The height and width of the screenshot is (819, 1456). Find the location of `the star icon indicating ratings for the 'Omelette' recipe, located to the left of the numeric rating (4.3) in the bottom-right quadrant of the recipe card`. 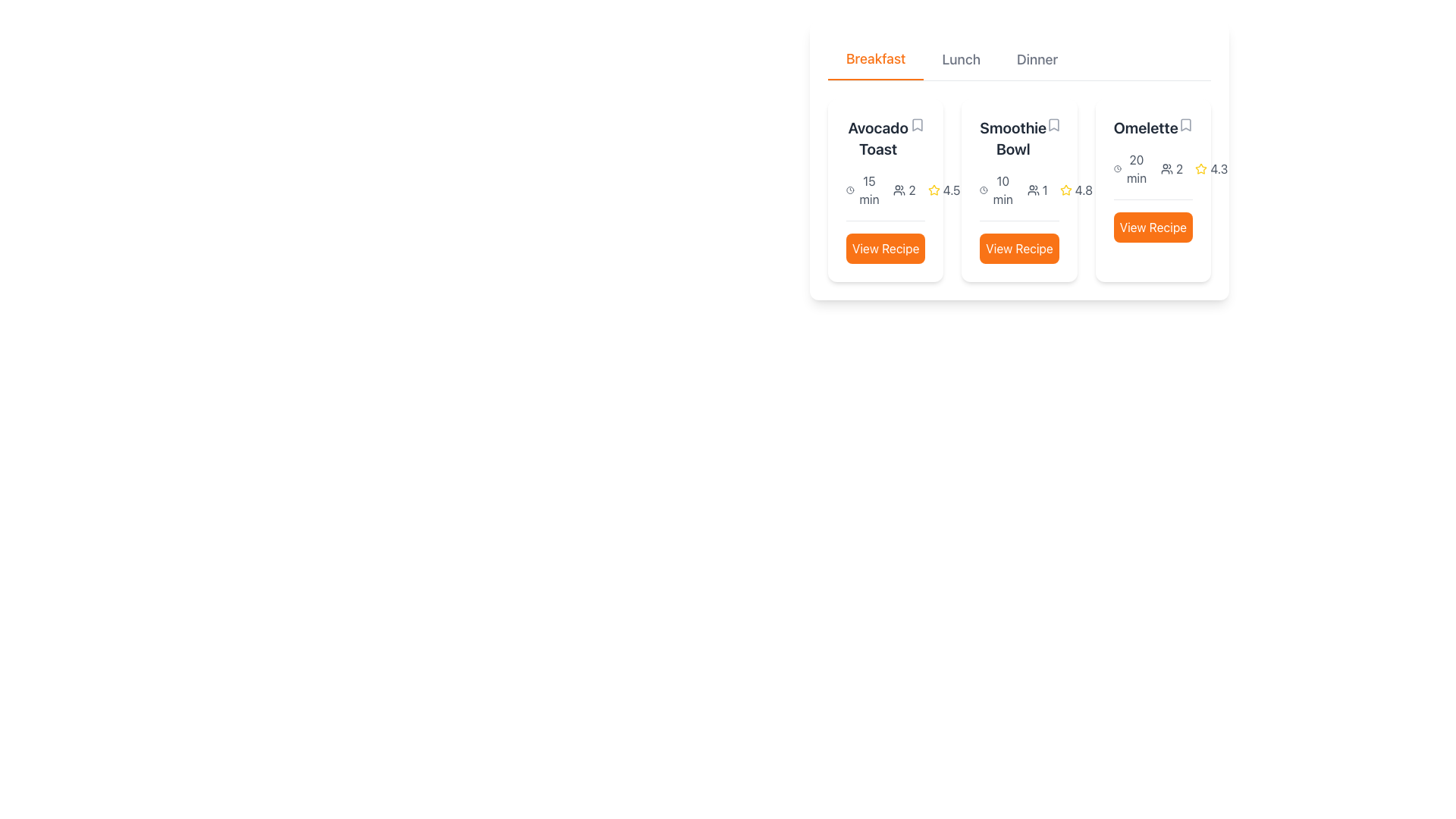

the star icon indicating ratings for the 'Omelette' recipe, located to the left of the numeric rating (4.3) in the bottom-right quadrant of the recipe card is located at coordinates (1065, 189).